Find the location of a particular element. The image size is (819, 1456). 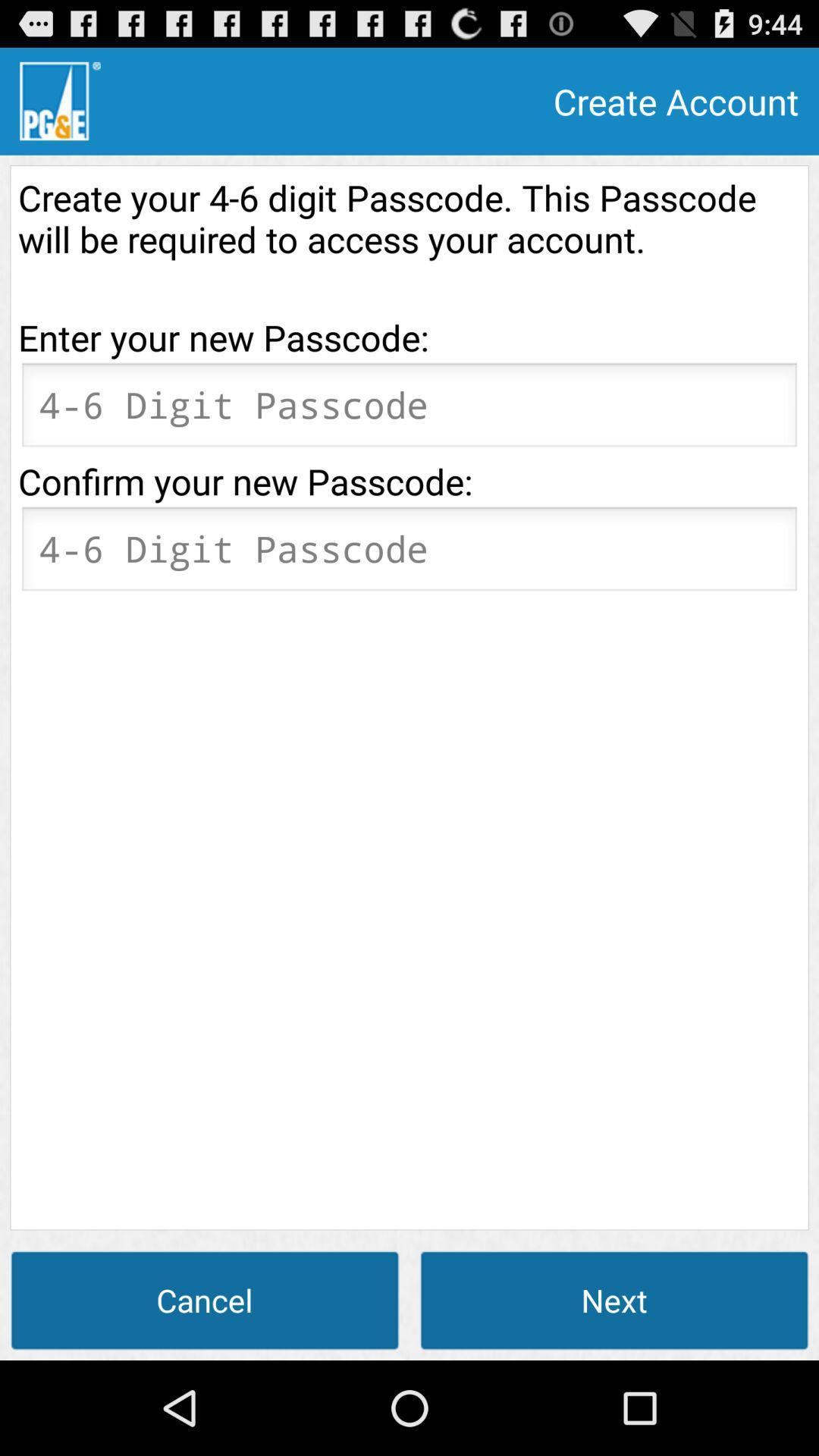

the button next to next is located at coordinates (205, 1299).